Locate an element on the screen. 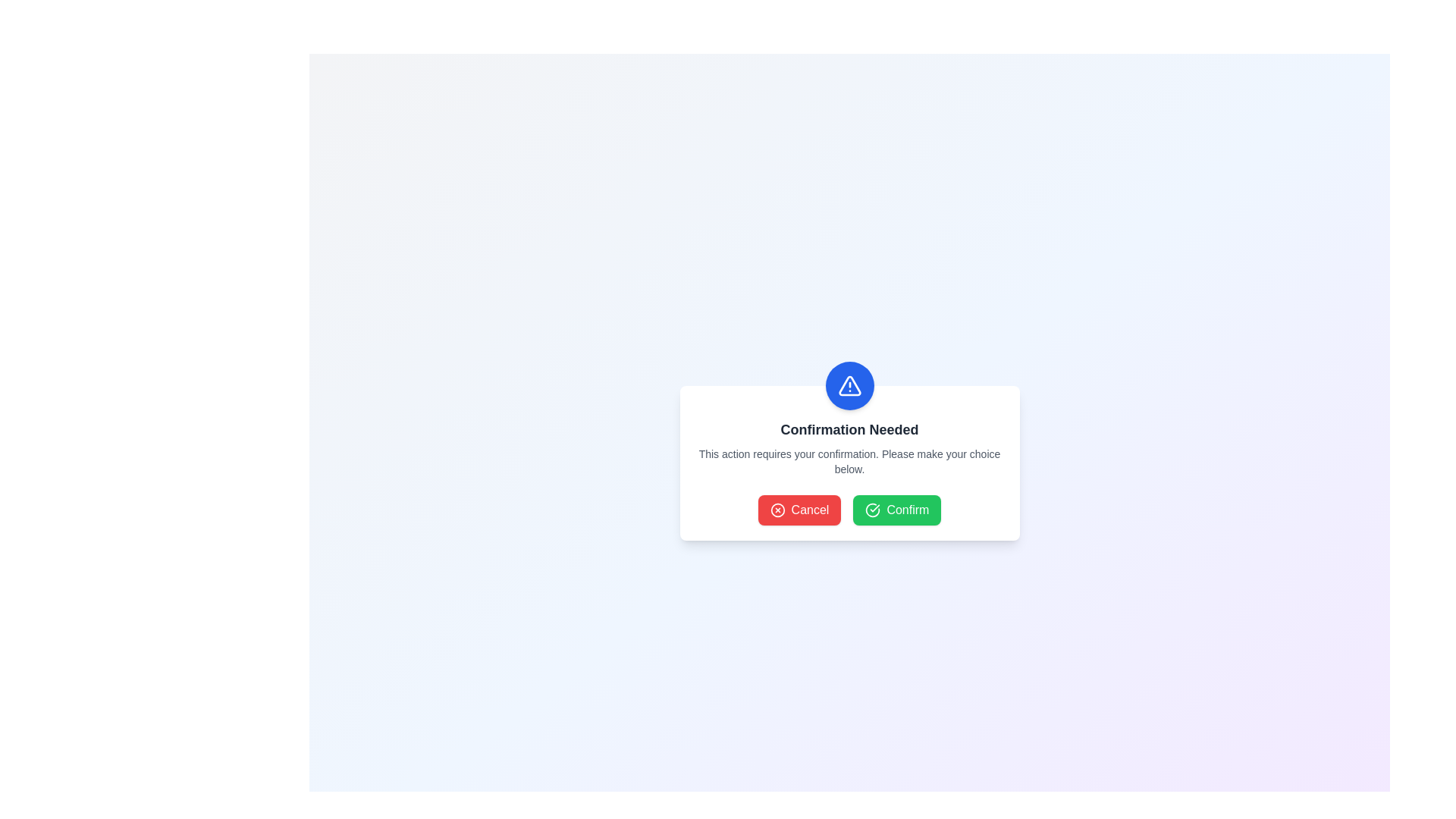 Image resolution: width=1456 pixels, height=819 pixels. the triangular warning icon with a blue background and white outline, featuring an exclamation mark at the center, which is located in the upper-middle section of the confirmation dialog is located at coordinates (849, 385).